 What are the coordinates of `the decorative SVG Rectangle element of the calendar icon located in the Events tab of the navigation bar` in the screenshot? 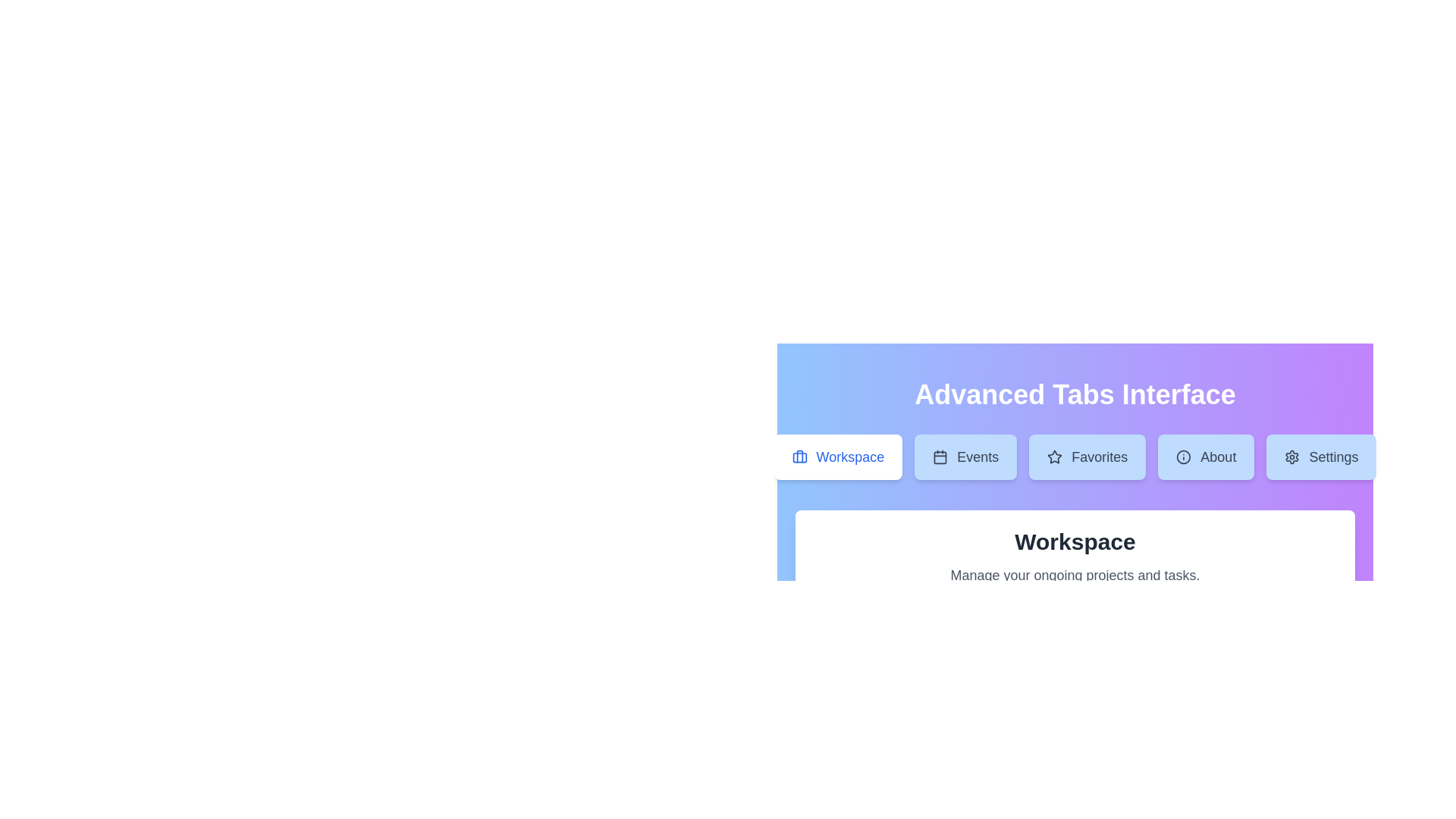 It's located at (940, 457).